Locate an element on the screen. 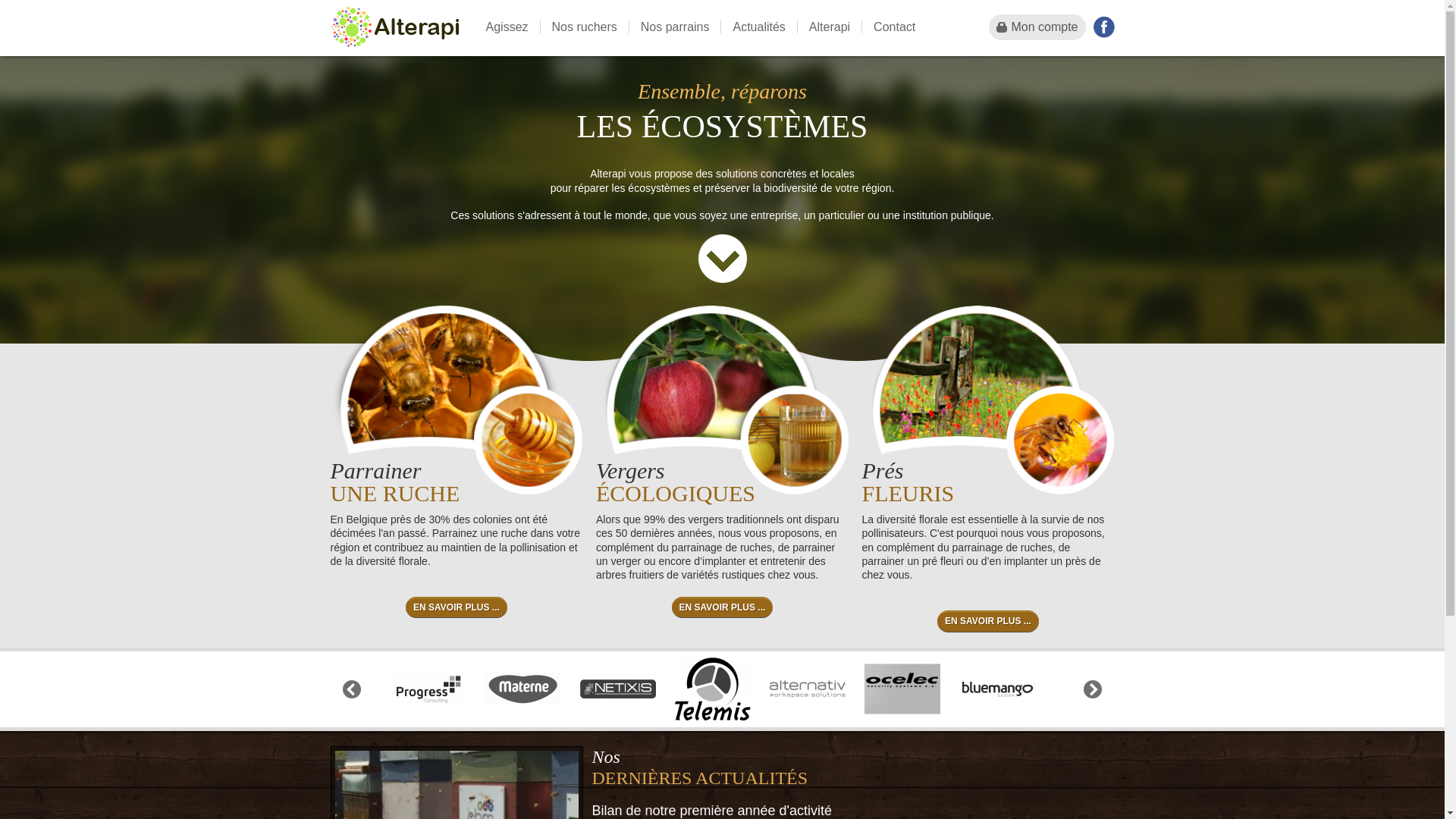  'bluemango-design' is located at coordinates (997, 689).